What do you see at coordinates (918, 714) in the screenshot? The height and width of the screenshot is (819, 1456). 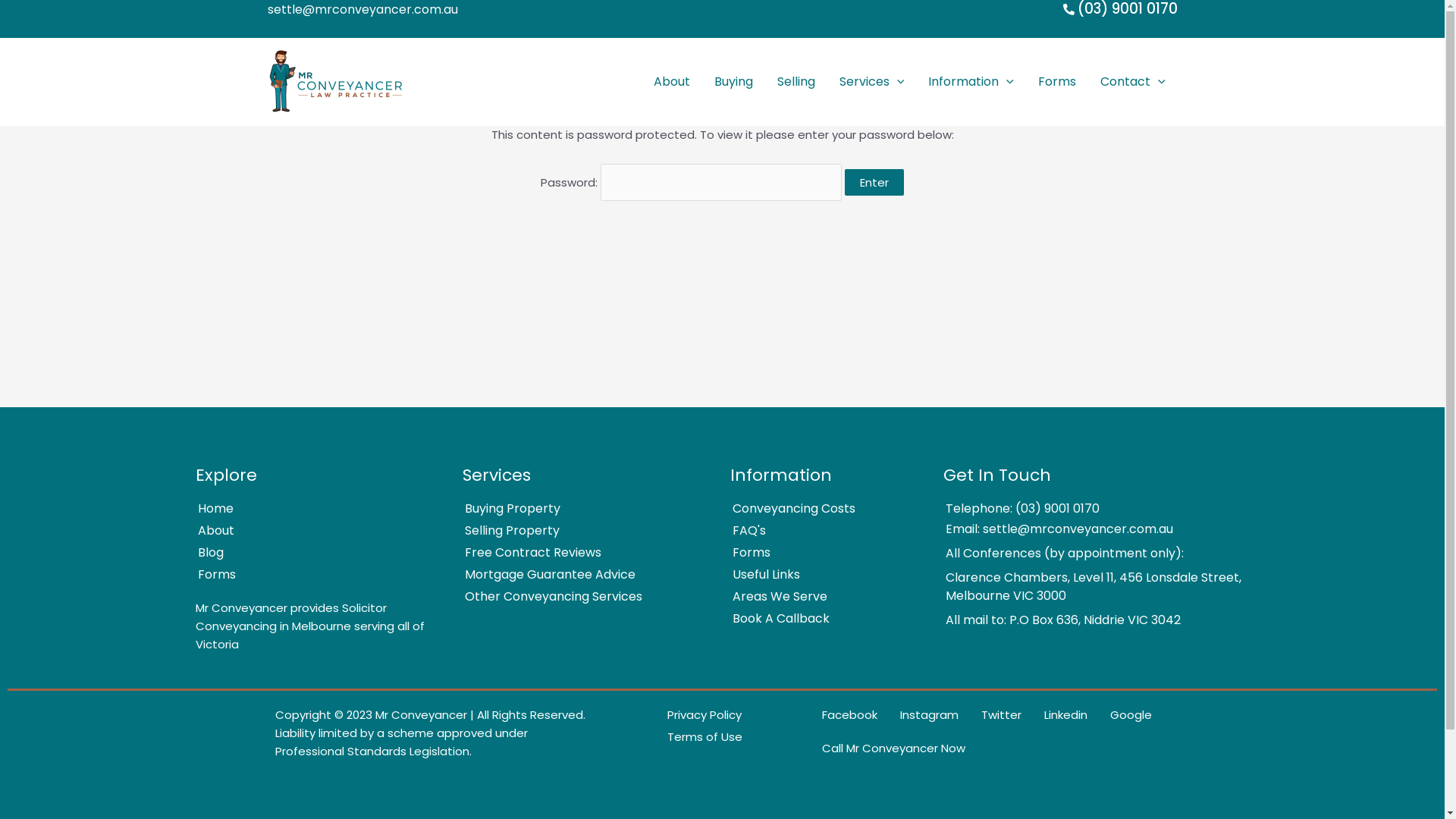 I see `'Instagram'` at bounding box center [918, 714].